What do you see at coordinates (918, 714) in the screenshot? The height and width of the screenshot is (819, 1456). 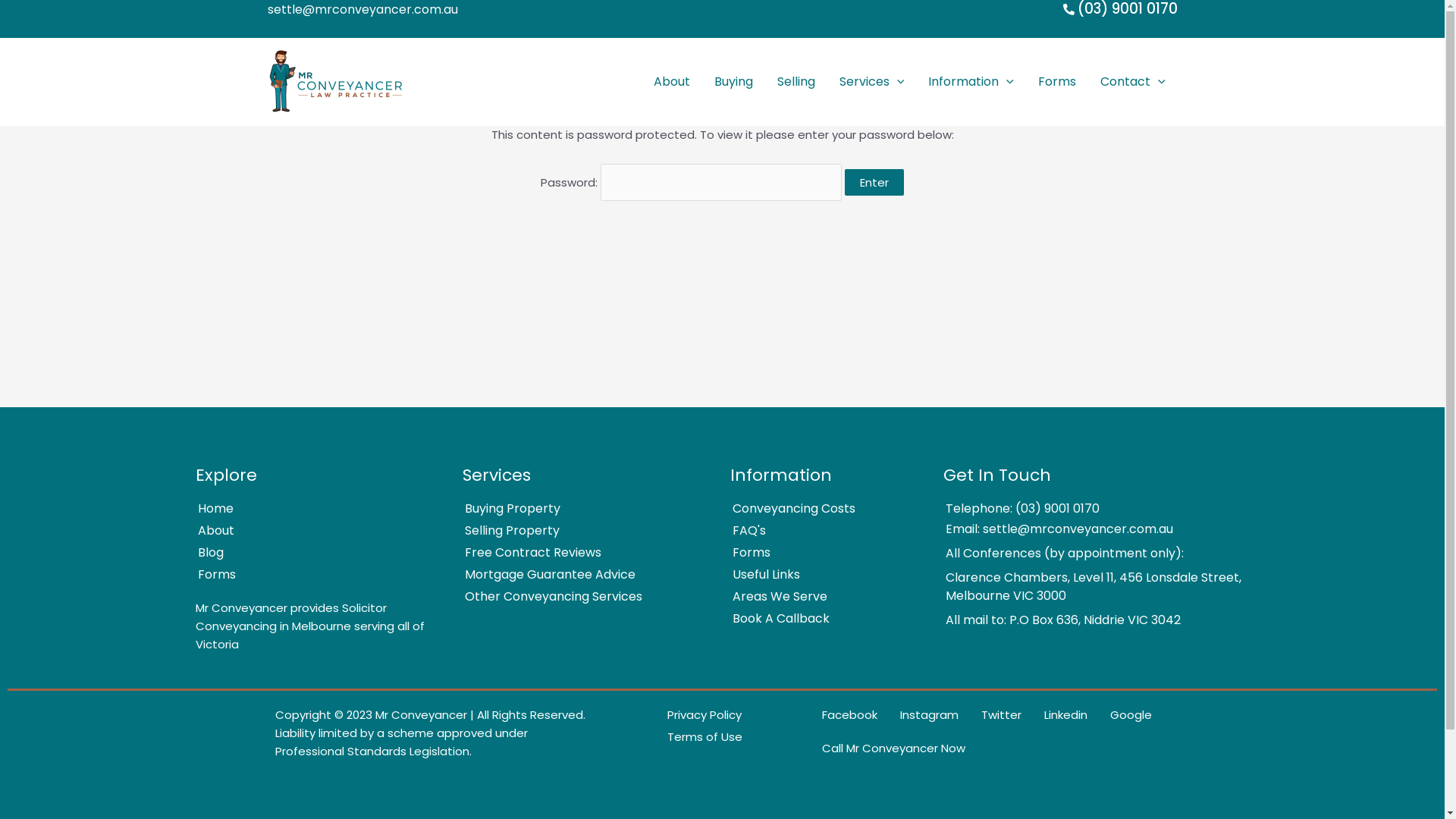 I see `'Instagram'` at bounding box center [918, 714].